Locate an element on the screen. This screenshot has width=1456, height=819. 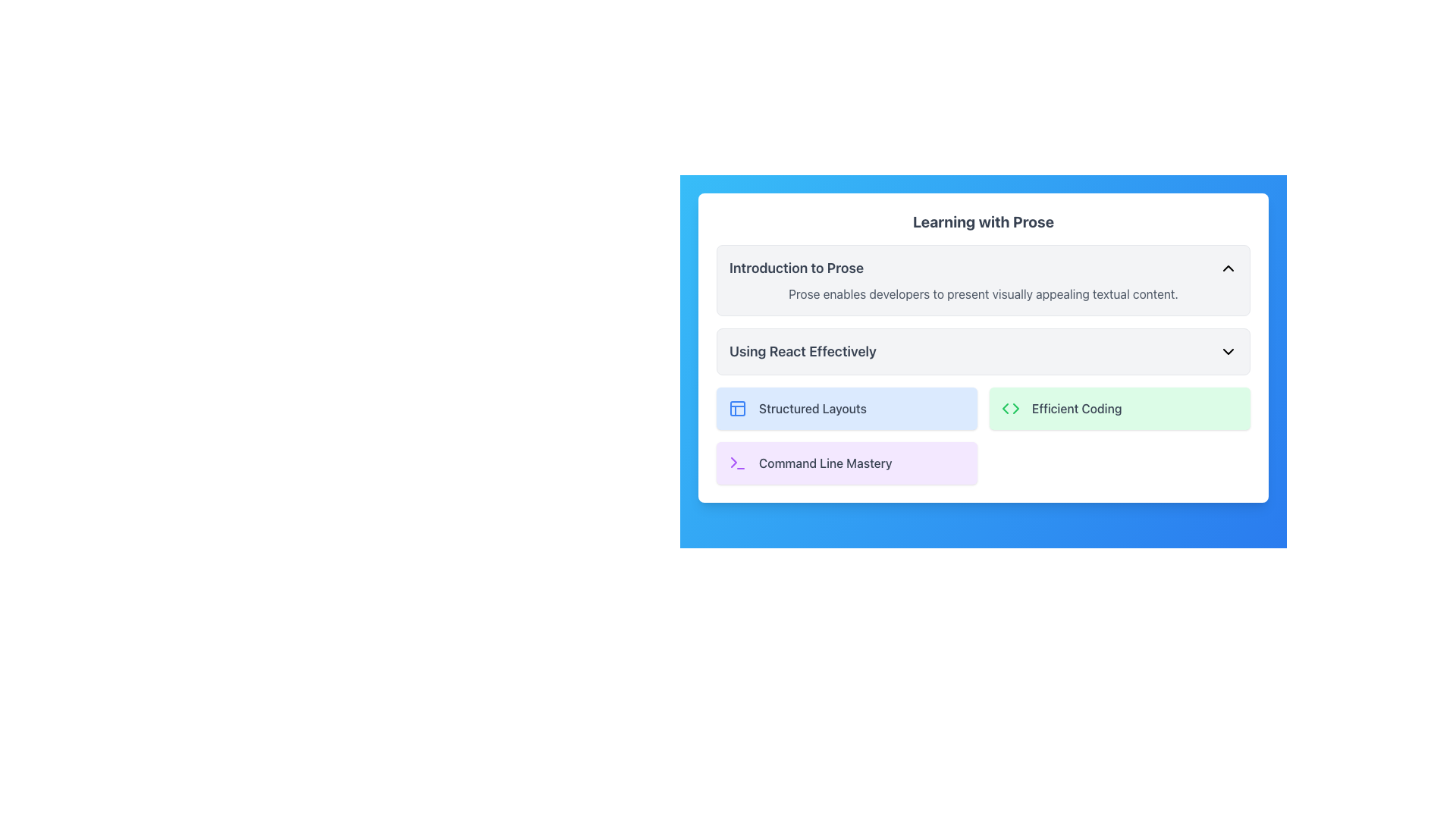
the text label displaying 'Structured Layouts' is located at coordinates (811, 408).